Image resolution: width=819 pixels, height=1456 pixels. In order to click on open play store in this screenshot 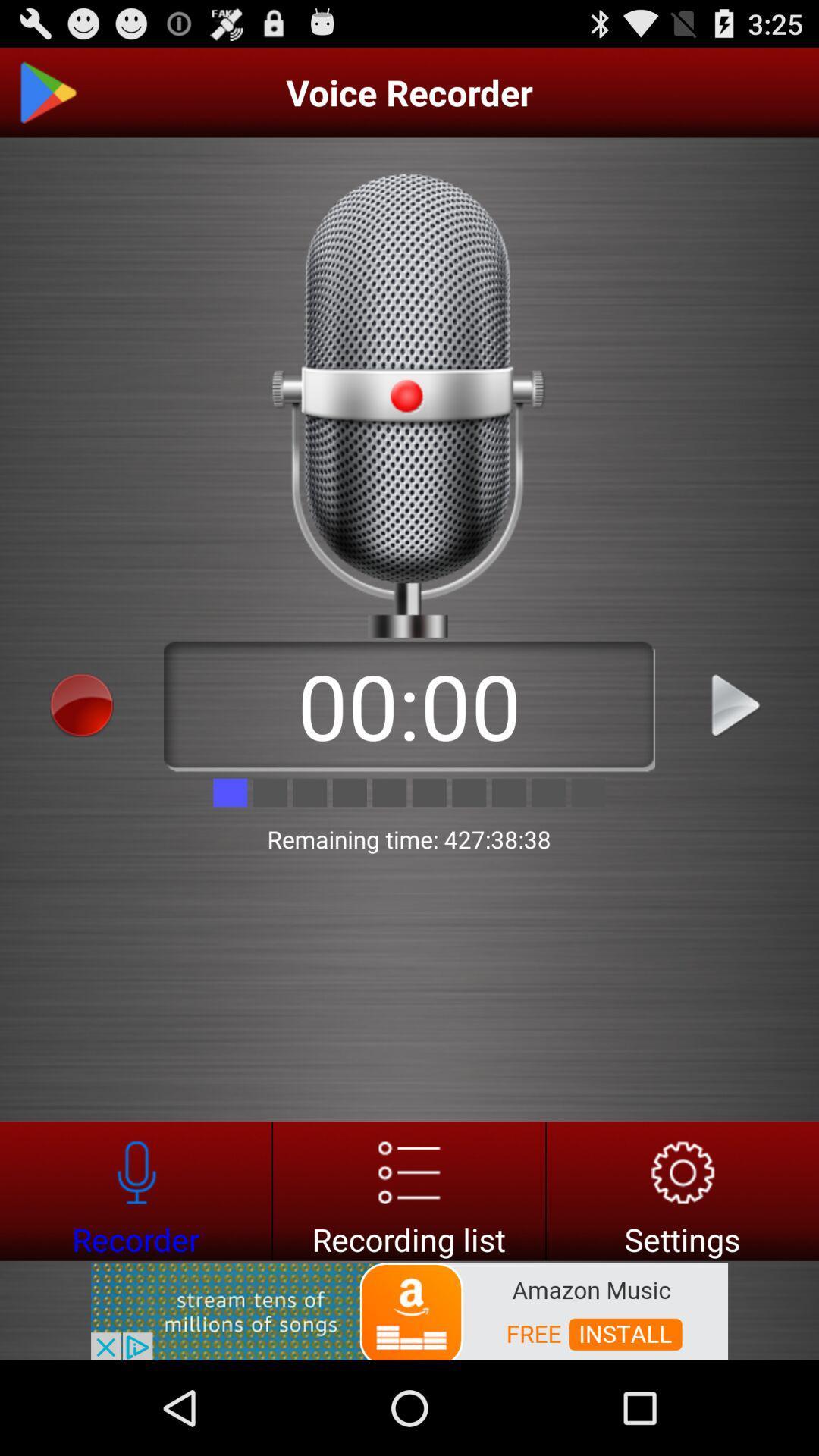, I will do `click(46, 92)`.